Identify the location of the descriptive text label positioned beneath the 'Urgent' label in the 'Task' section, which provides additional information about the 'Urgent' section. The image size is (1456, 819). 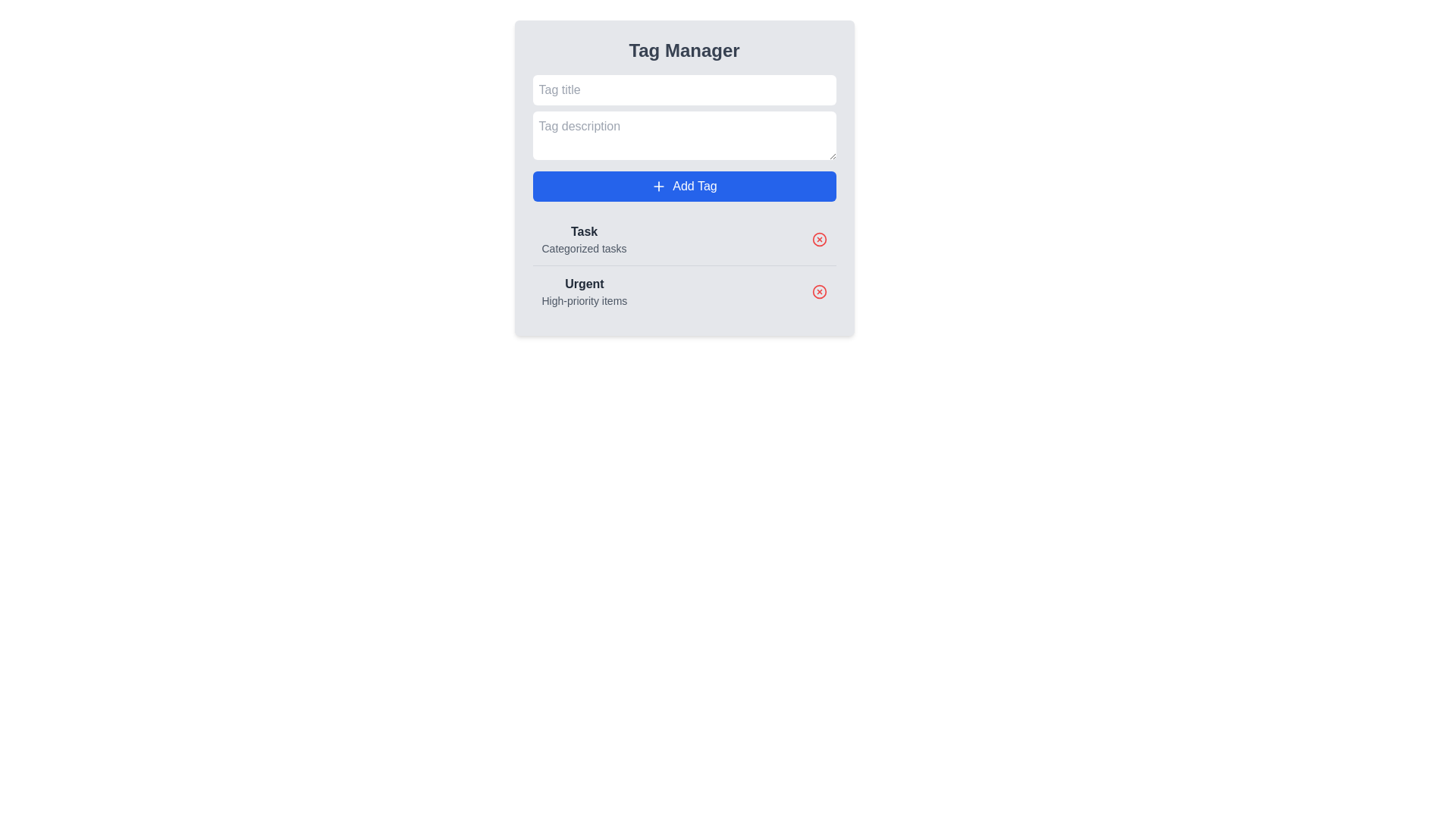
(583, 301).